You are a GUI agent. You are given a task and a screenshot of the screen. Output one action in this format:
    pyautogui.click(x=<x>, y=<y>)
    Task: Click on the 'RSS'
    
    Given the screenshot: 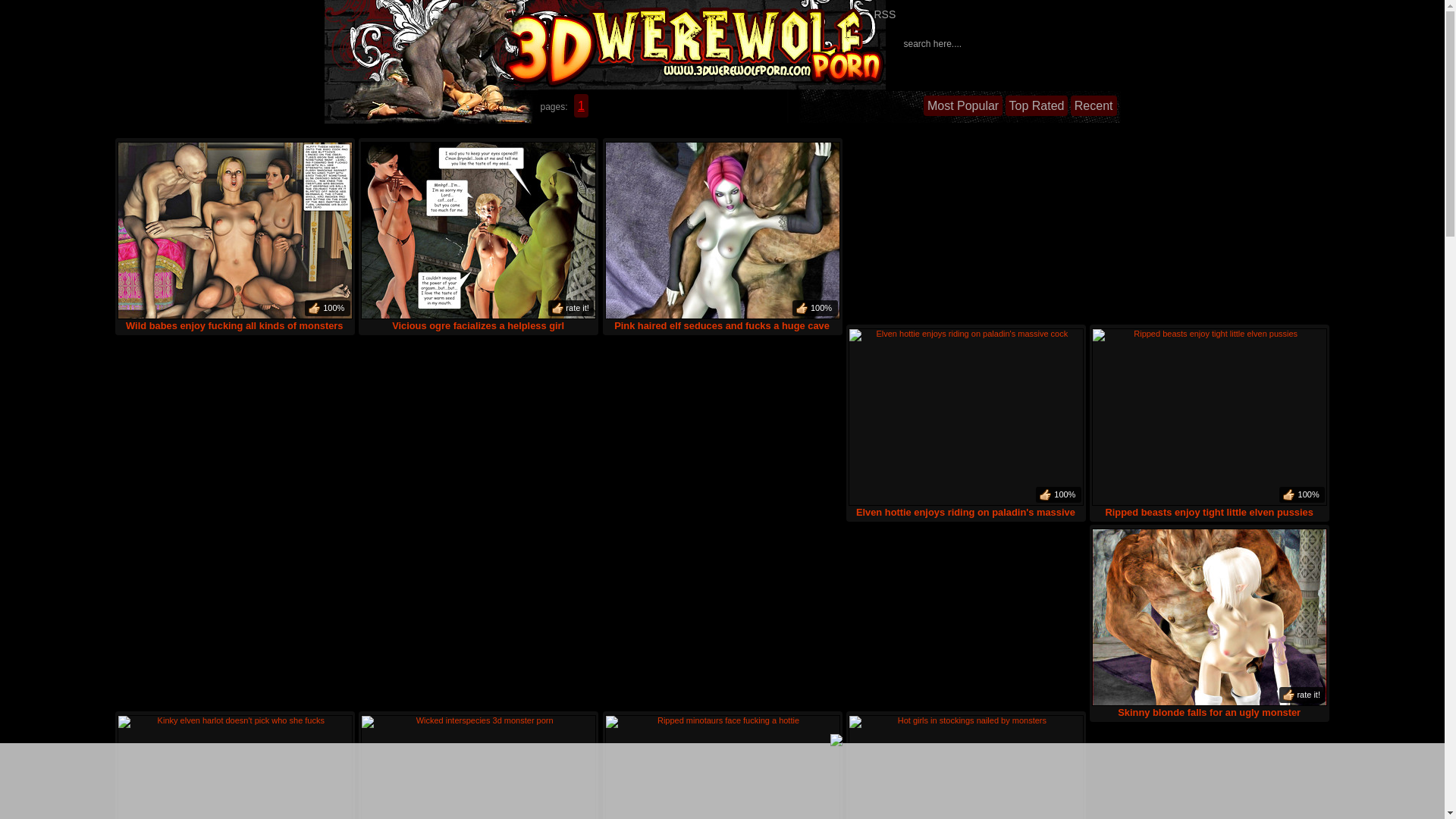 What is the action you would take?
    pyautogui.click(x=894, y=14)
    